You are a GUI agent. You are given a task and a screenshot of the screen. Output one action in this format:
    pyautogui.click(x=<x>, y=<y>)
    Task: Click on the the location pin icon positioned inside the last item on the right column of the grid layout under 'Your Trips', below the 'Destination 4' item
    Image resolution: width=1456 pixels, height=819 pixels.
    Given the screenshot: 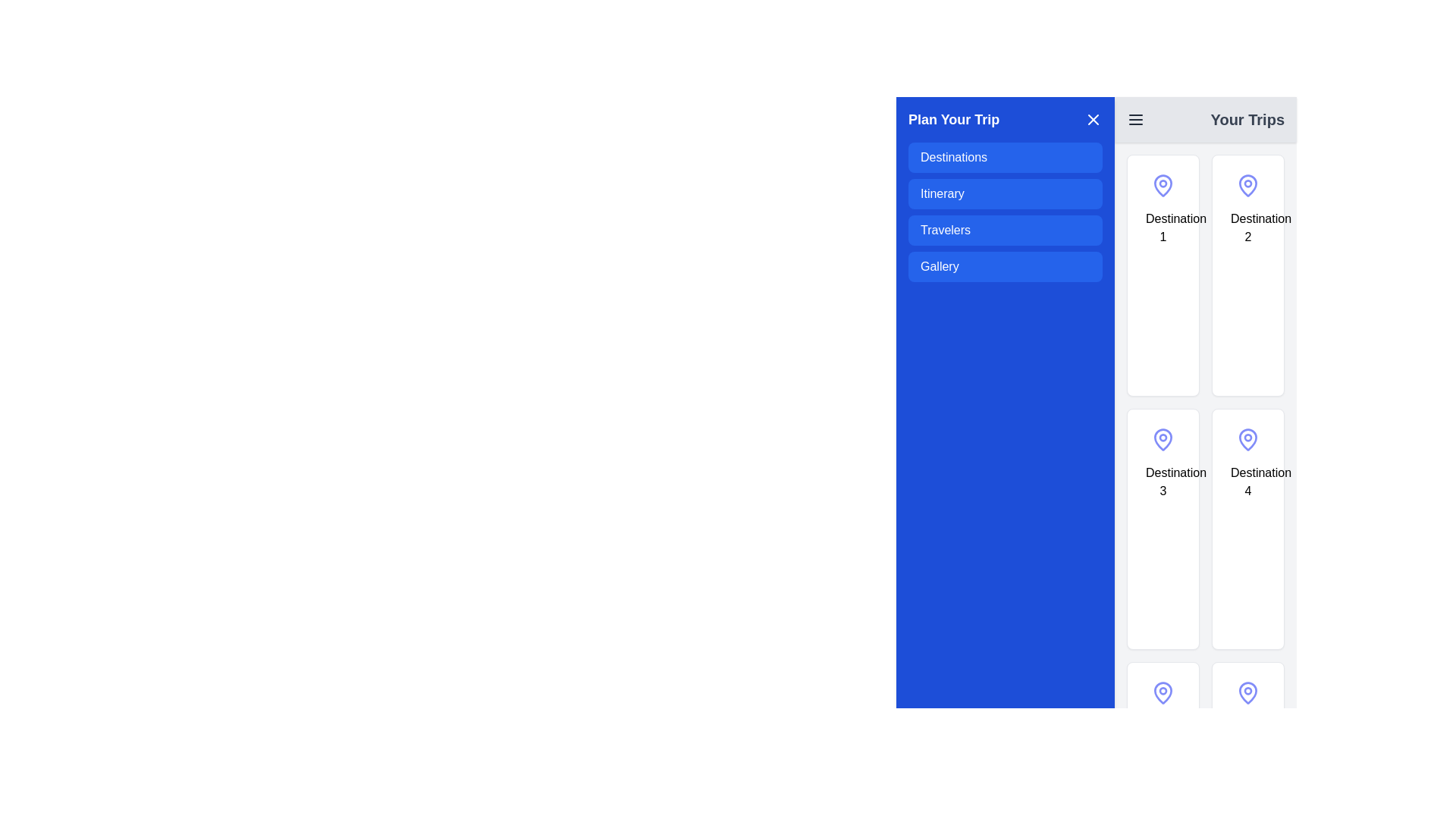 What is the action you would take?
    pyautogui.click(x=1248, y=693)
    